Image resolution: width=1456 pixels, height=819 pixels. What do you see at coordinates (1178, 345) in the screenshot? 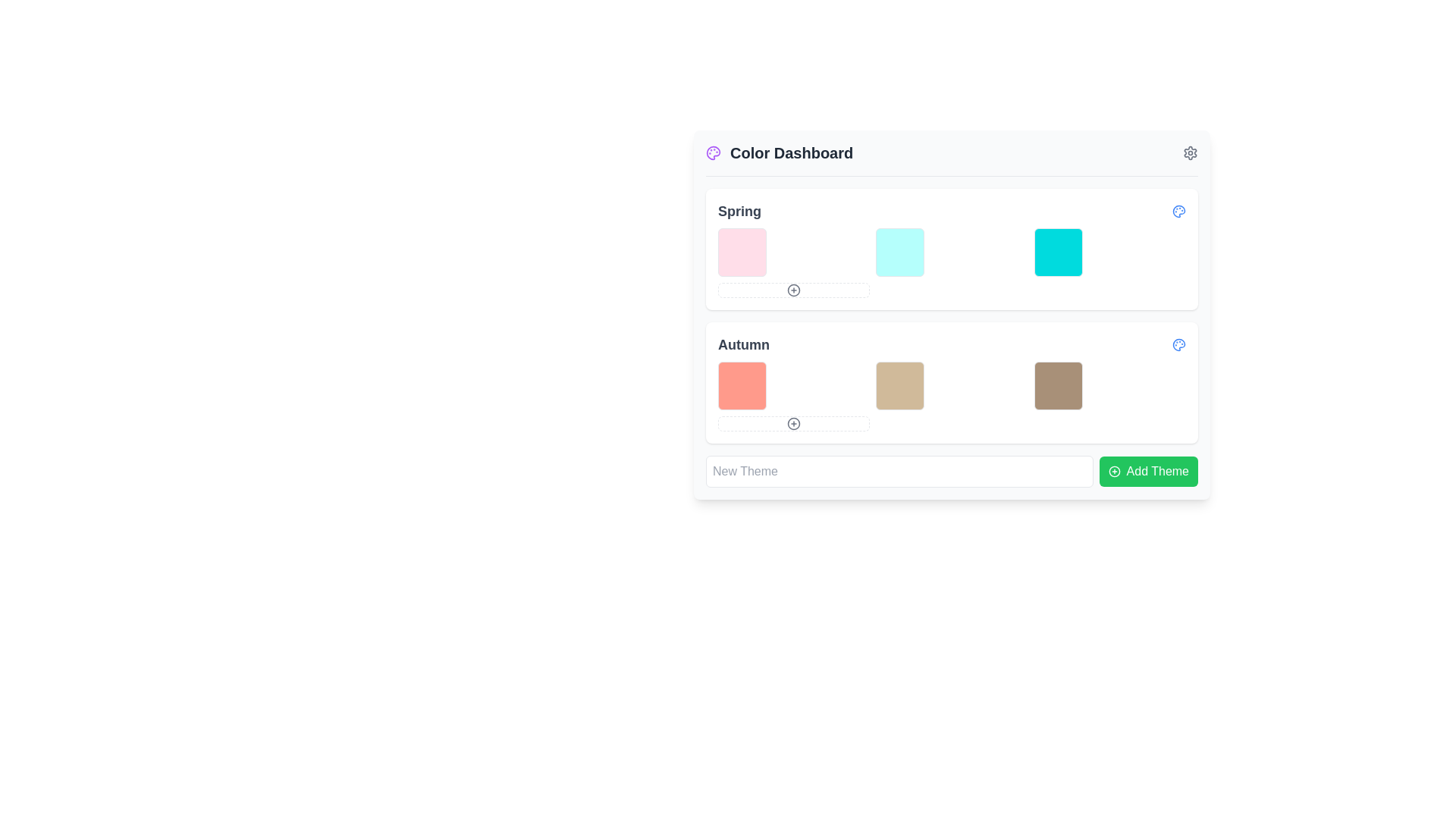
I see `the blue-colored palette icon located next to the text 'Autumn', which features a rounded structure with small circular openings representing paint wells` at bounding box center [1178, 345].